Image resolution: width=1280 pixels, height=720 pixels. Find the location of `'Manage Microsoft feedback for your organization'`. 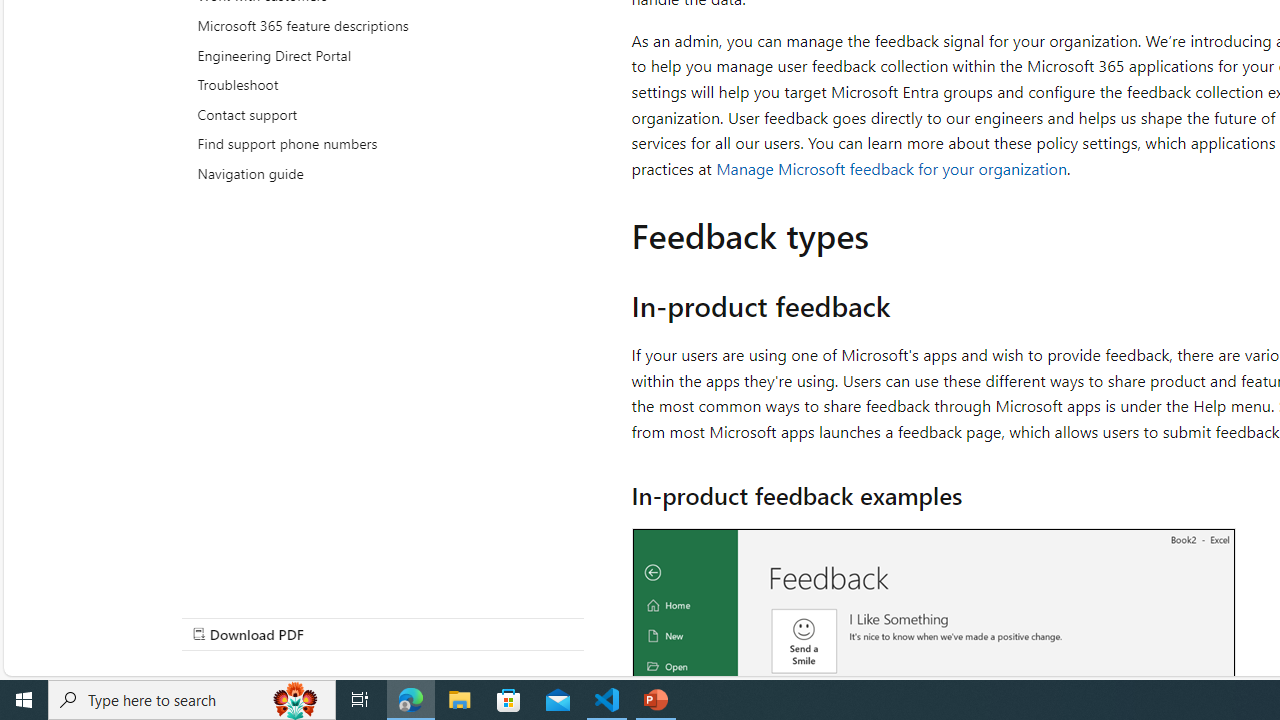

'Manage Microsoft feedback for your organization' is located at coordinates (890, 167).